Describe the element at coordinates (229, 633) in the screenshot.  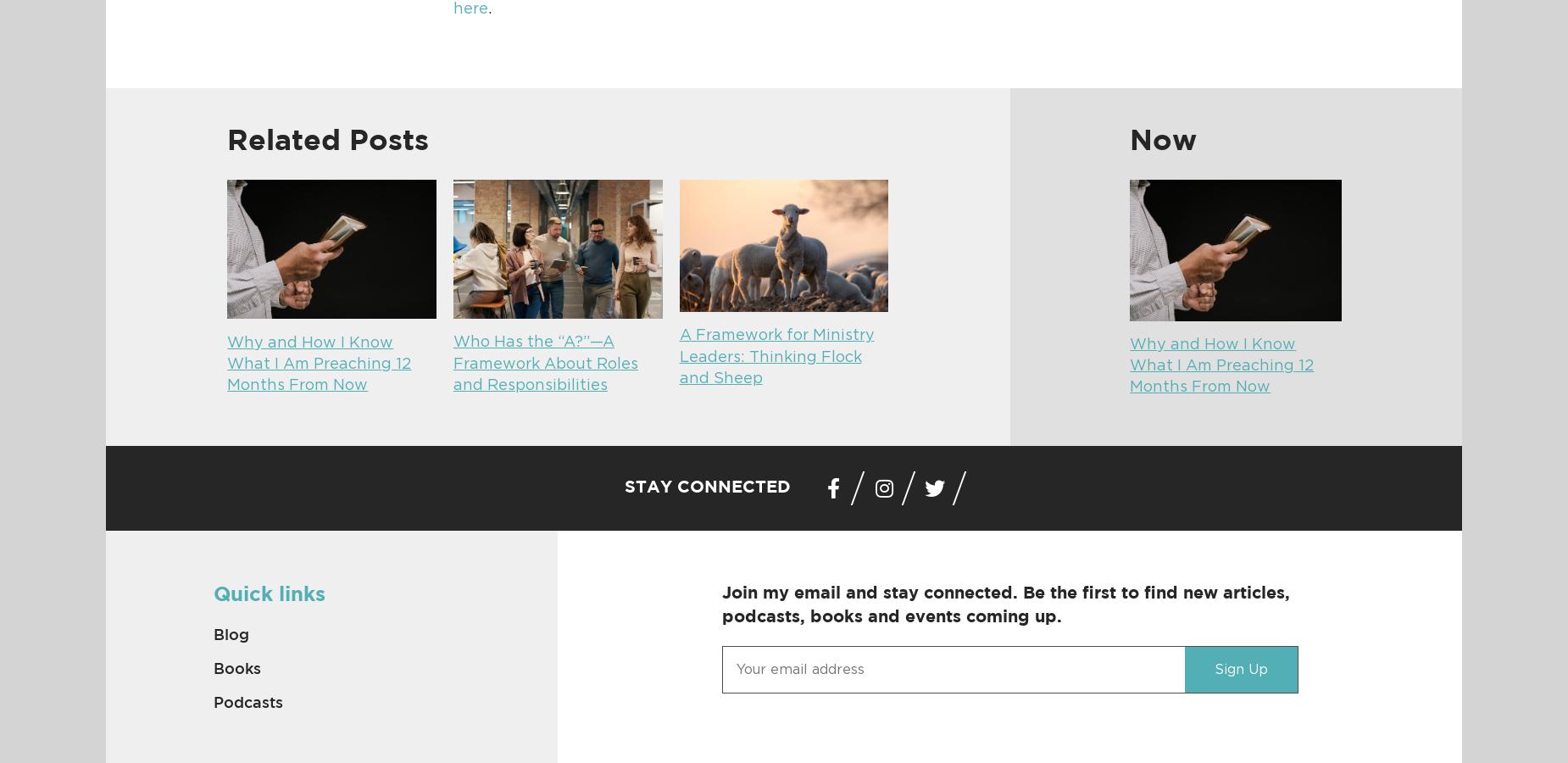
I see `'Blog'` at that location.